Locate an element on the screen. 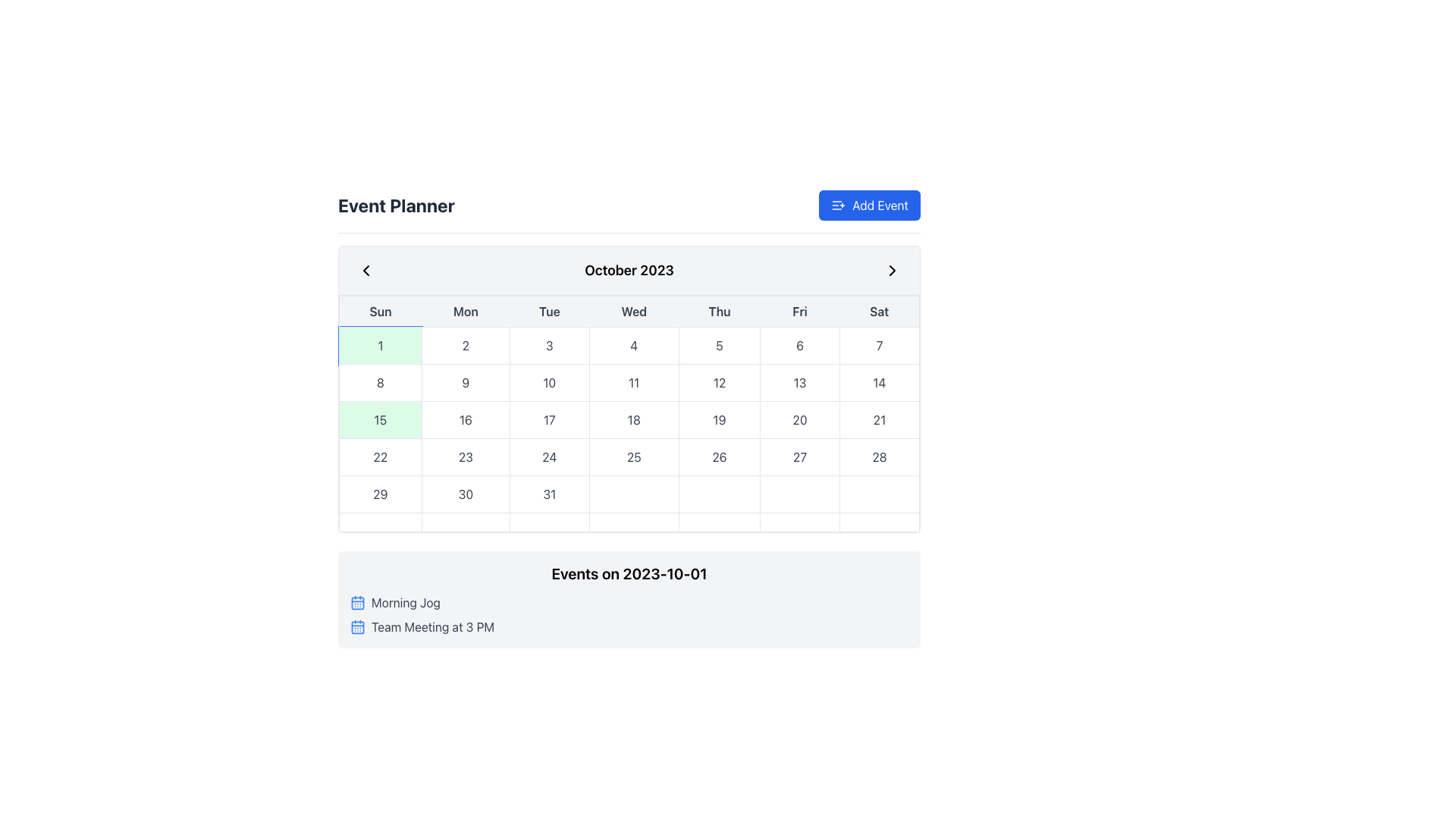  the Text Cell representing the date '4' in the Calendar Grid Layout is located at coordinates (629, 345).